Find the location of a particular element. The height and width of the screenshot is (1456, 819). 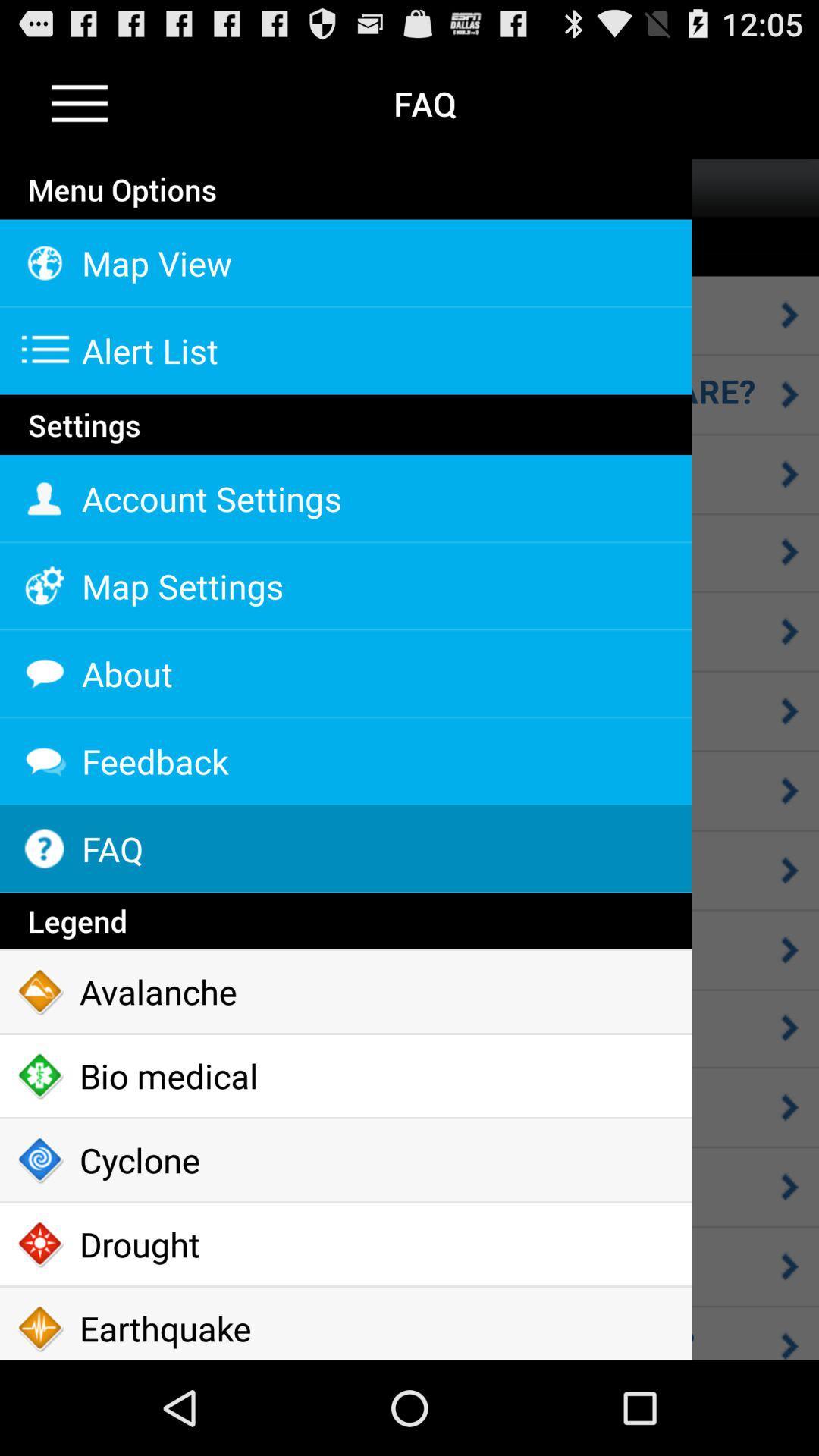

alert list is located at coordinates (345, 350).